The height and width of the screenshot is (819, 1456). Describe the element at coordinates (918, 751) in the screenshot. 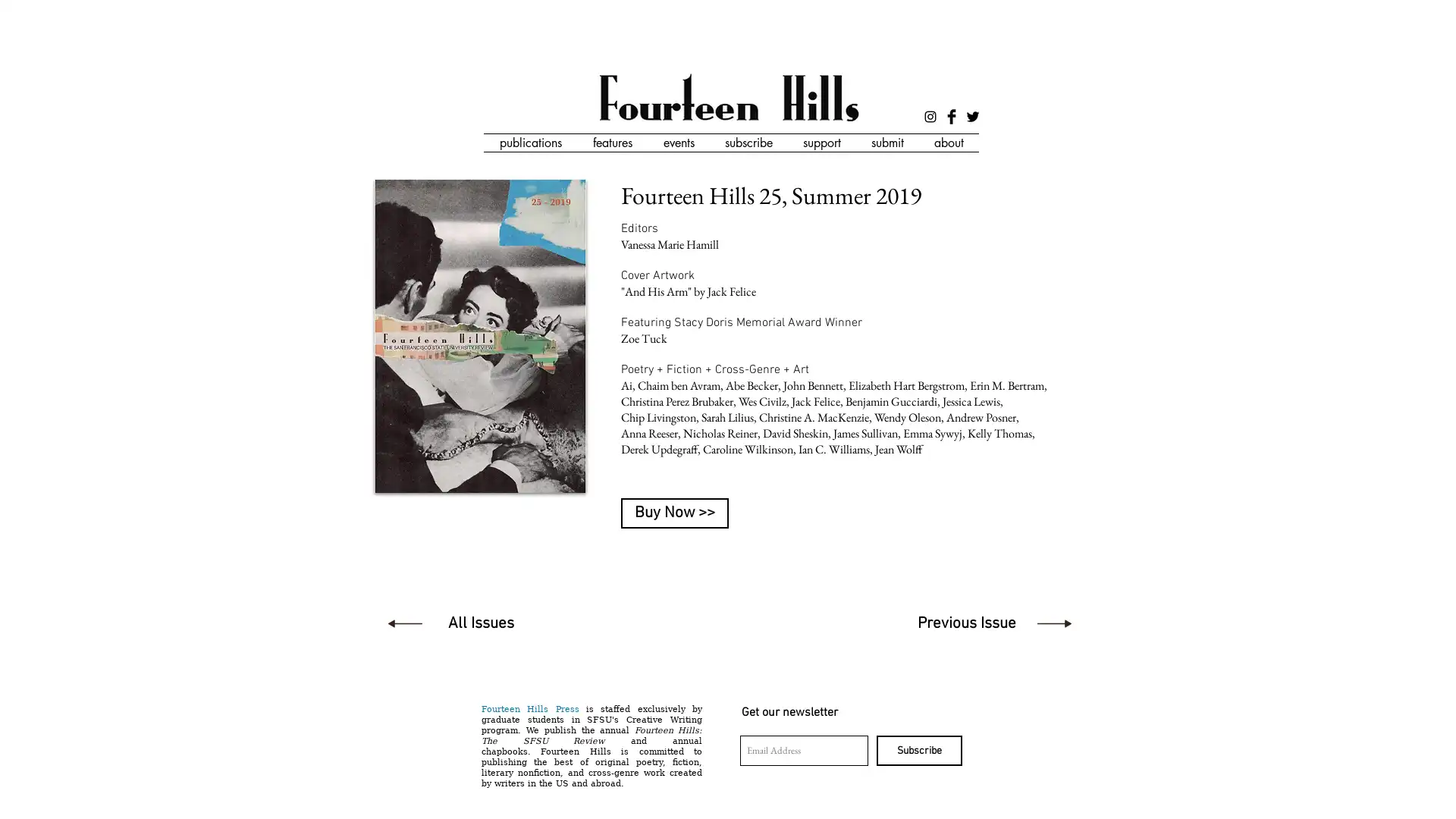

I see `Subscribe` at that location.